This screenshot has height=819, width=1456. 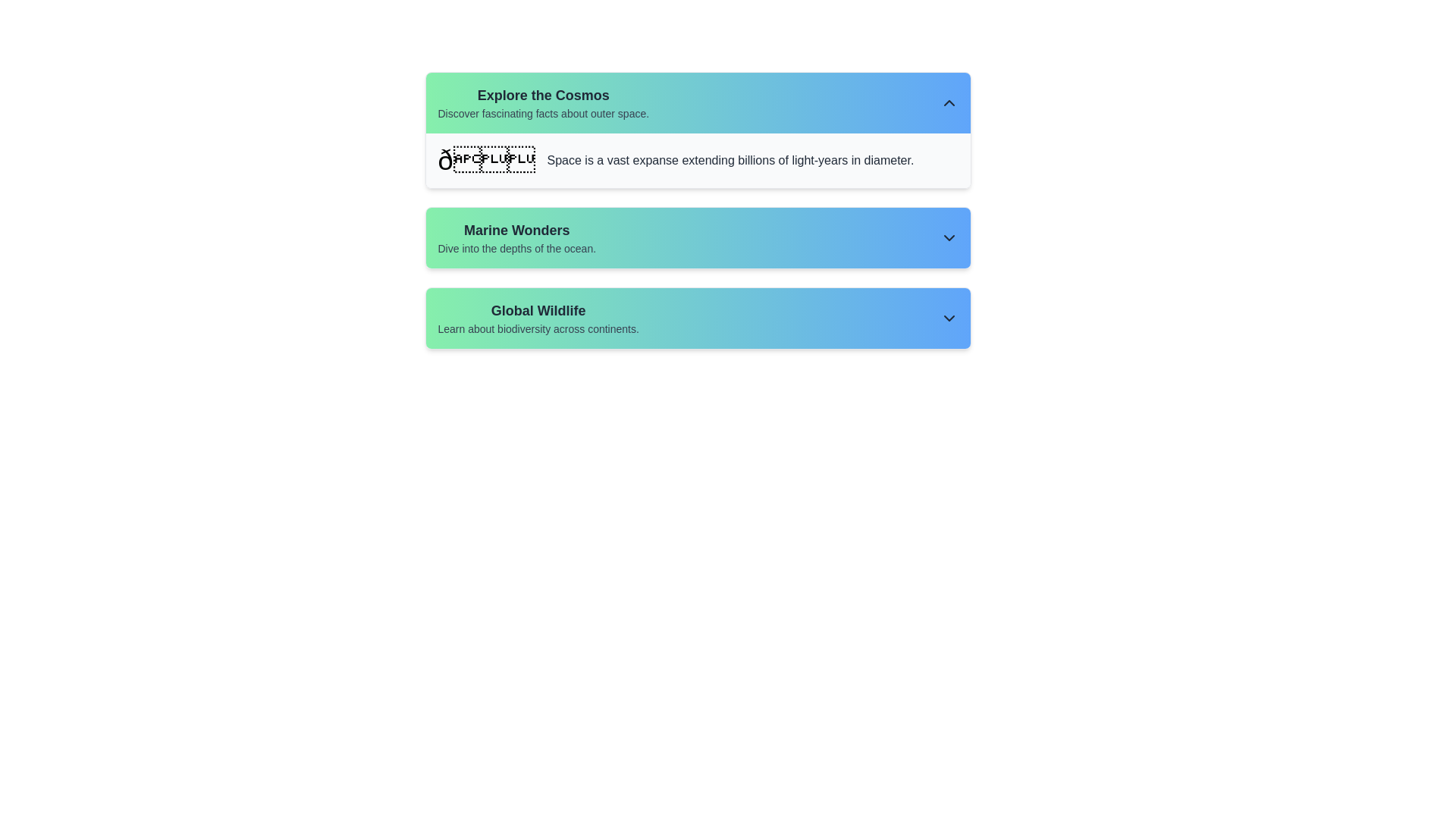 I want to click on the Text Label that provides a descriptive subtitle or caption related to the 'Marine Wonders' section, positioned directly below the bold title 'Marine Wonders.', so click(x=516, y=247).